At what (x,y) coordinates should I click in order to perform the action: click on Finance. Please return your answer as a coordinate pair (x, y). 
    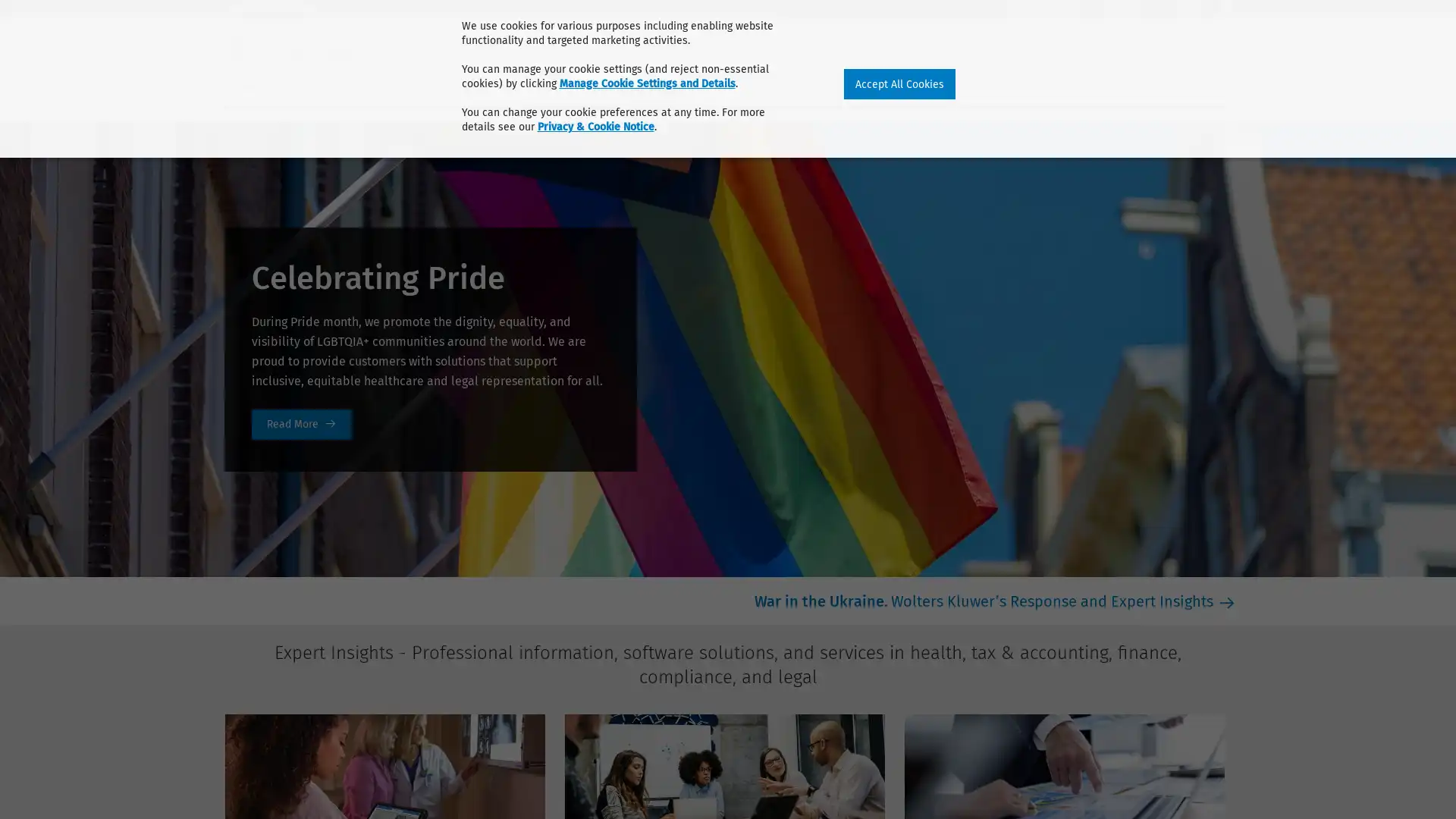
    Looking at the image, I should click on (476, 85).